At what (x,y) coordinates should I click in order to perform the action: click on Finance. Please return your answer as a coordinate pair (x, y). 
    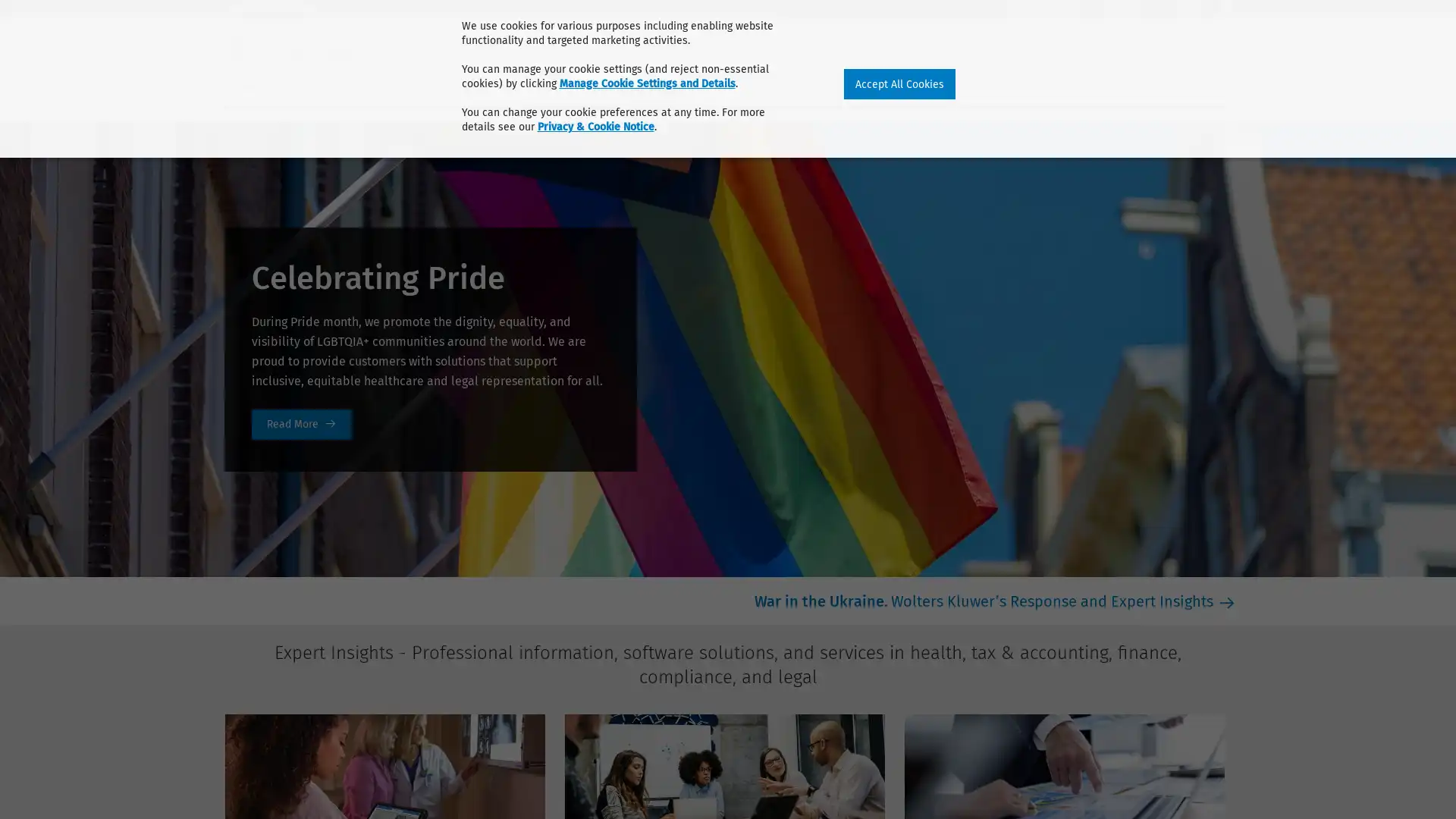
    Looking at the image, I should click on (476, 85).